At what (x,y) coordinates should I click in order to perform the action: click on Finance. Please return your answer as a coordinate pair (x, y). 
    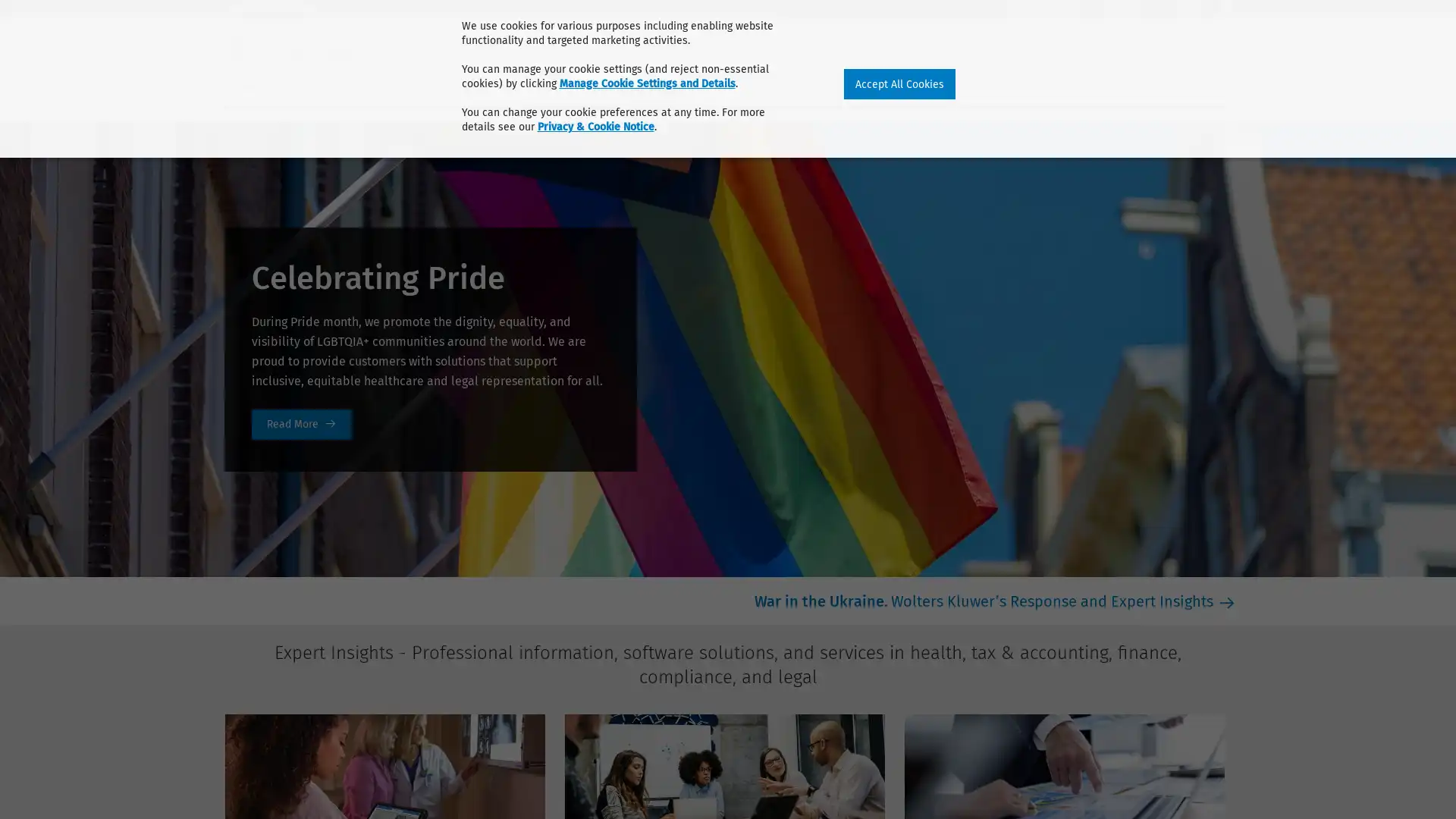
    Looking at the image, I should click on (476, 85).